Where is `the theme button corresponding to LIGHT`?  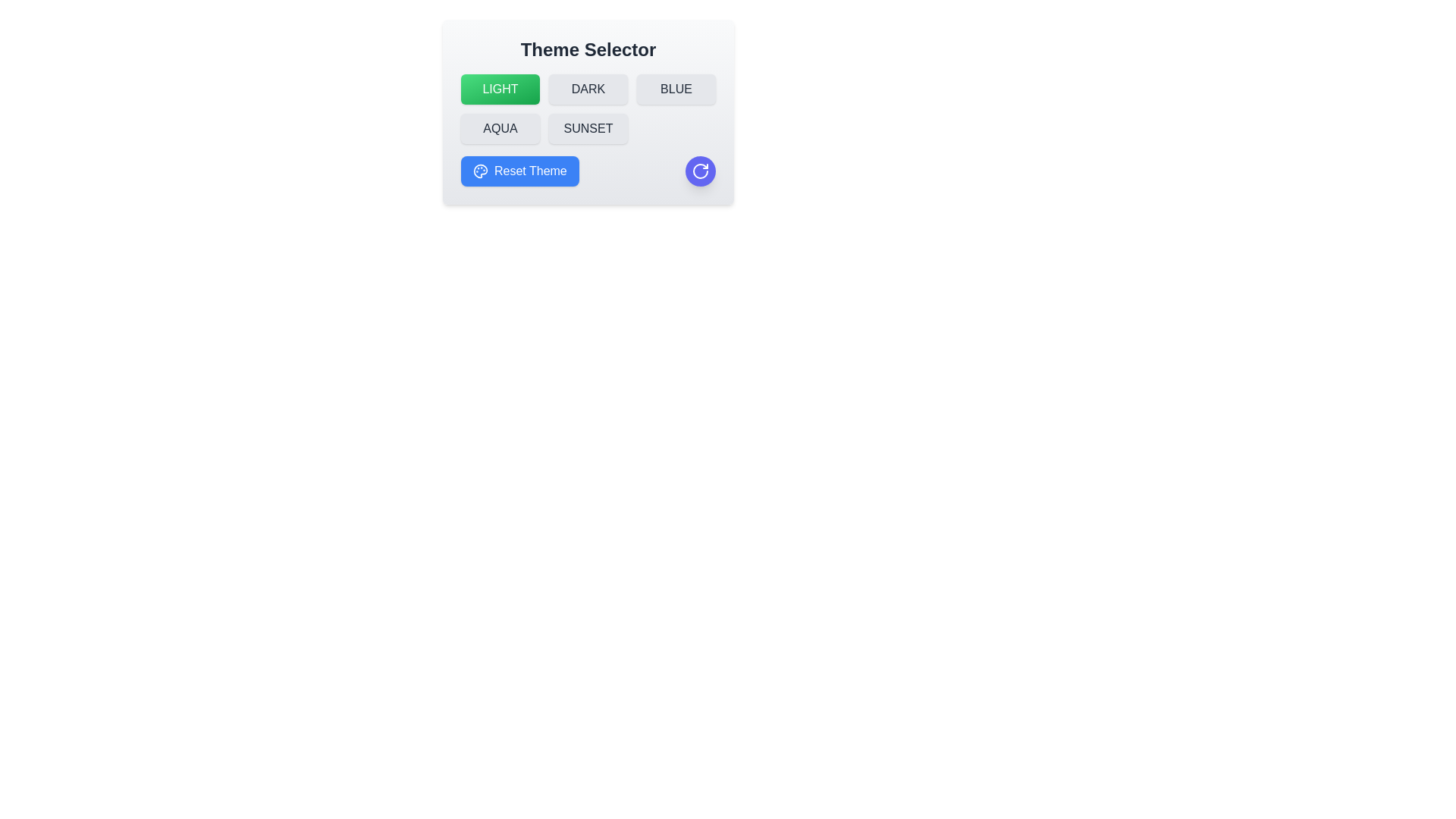 the theme button corresponding to LIGHT is located at coordinates (500, 89).